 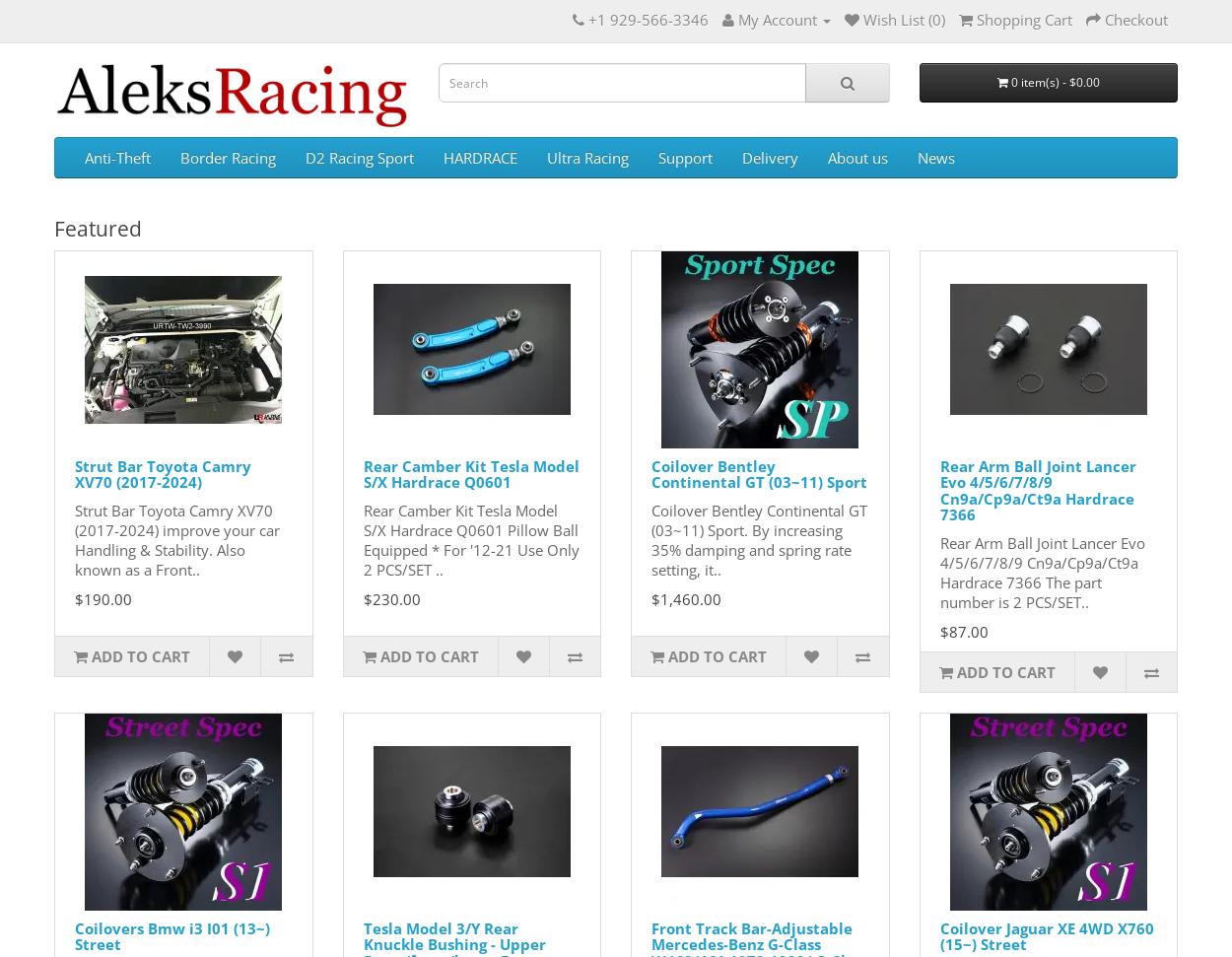 I want to click on 'Featured', so click(x=54, y=228).